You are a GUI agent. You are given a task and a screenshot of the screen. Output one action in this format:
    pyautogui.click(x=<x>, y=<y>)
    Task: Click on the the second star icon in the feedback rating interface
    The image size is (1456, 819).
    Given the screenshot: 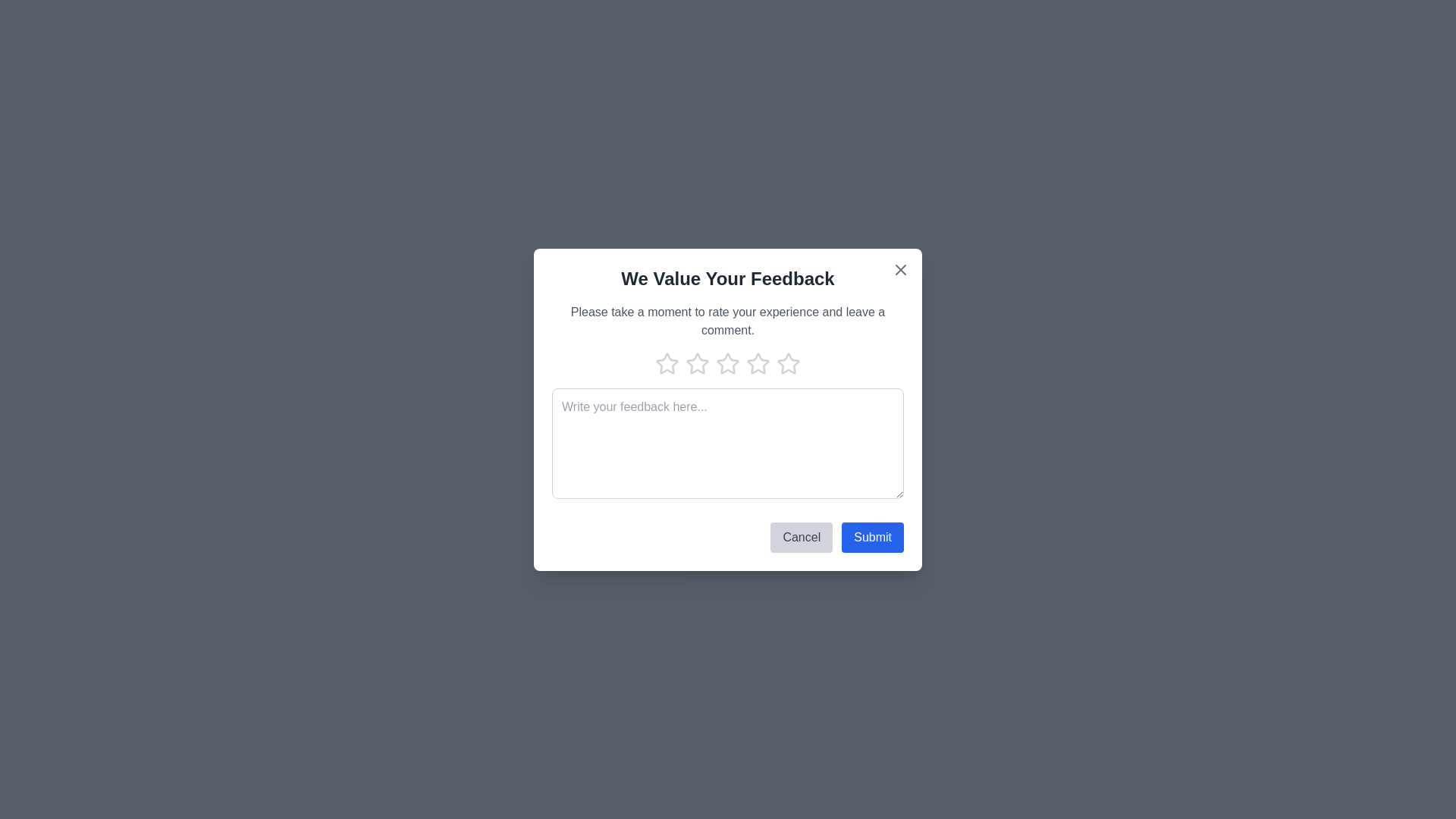 What is the action you would take?
    pyautogui.click(x=697, y=362)
    